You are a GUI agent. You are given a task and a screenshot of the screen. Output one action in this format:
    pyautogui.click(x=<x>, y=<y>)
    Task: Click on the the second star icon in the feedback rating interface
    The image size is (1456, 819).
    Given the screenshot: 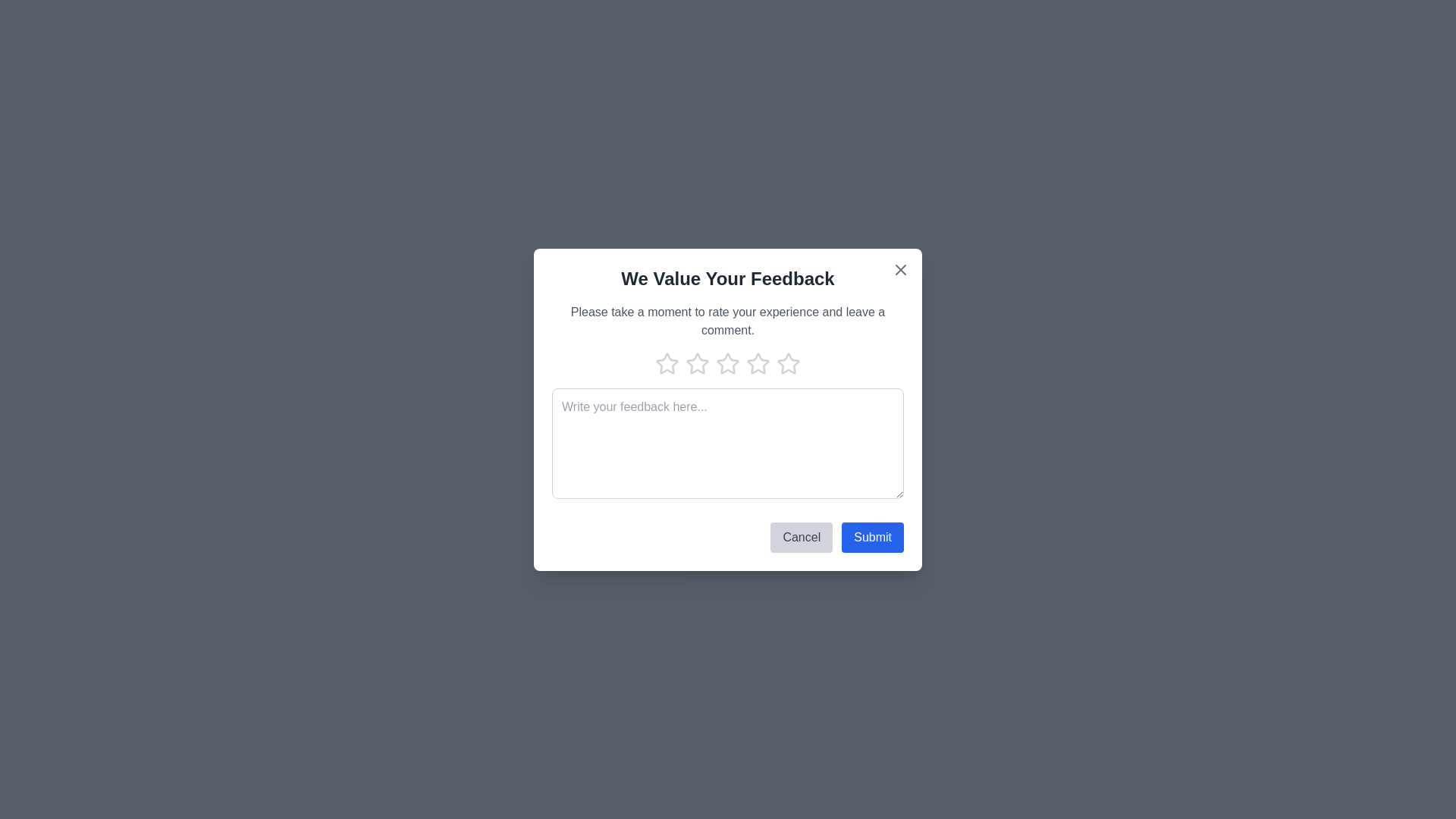 What is the action you would take?
    pyautogui.click(x=697, y=362)
    